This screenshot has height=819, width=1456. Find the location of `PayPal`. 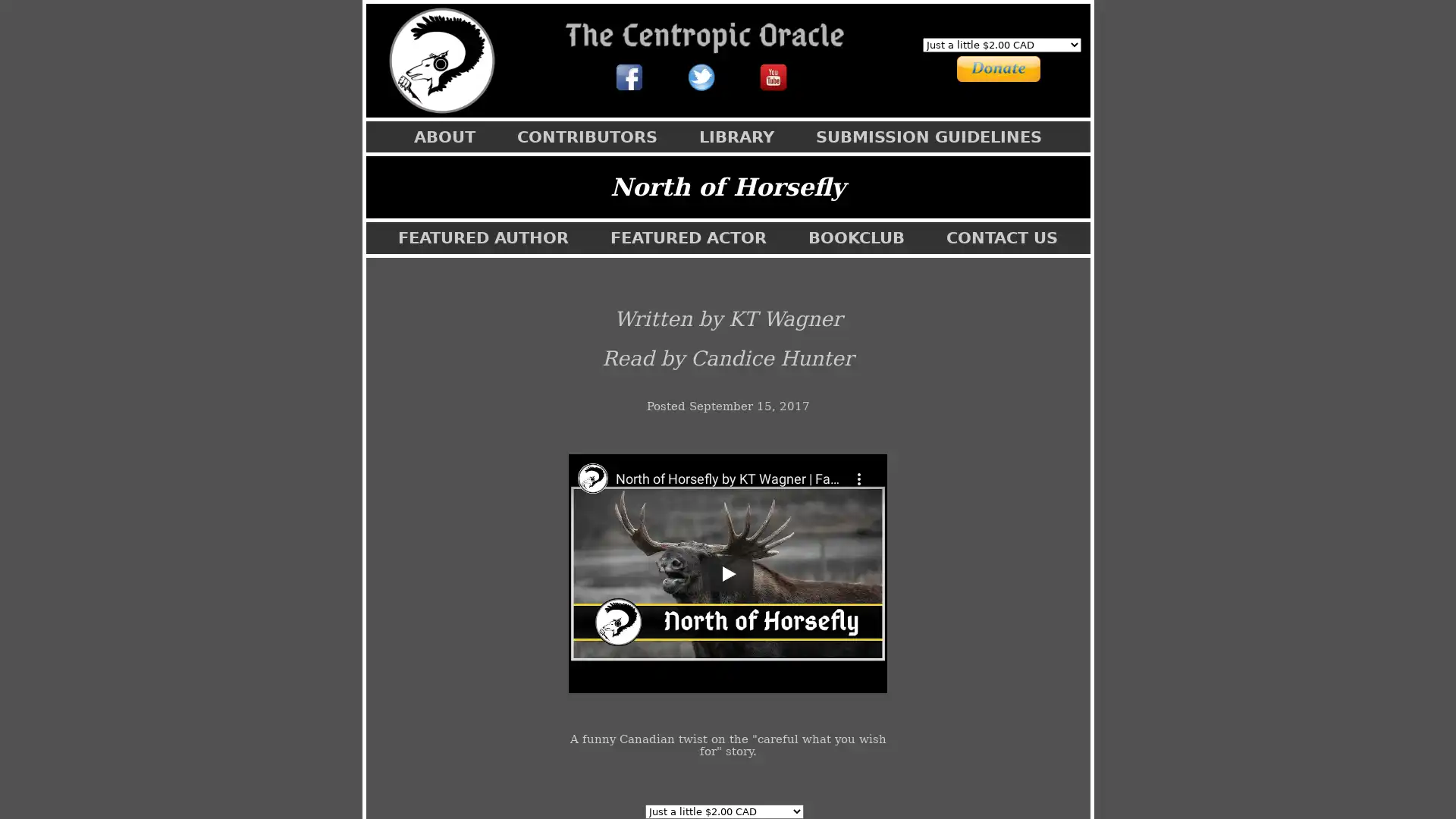

PayPal is located at coordinates (981, 66).